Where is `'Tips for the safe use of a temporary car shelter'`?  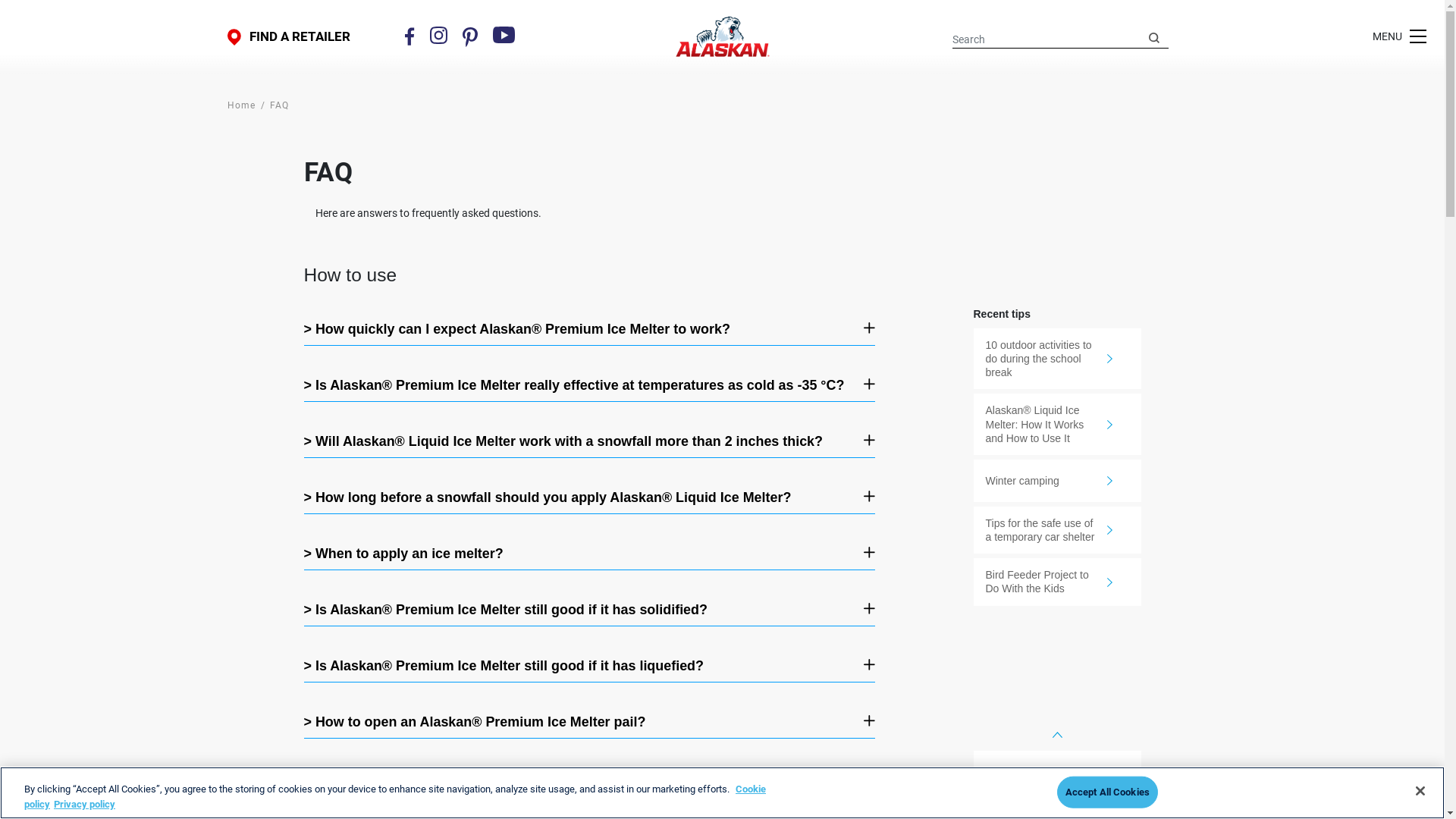
'Tips for the safe use of a temporary car shelter' is located at coordinates (1056, 529).